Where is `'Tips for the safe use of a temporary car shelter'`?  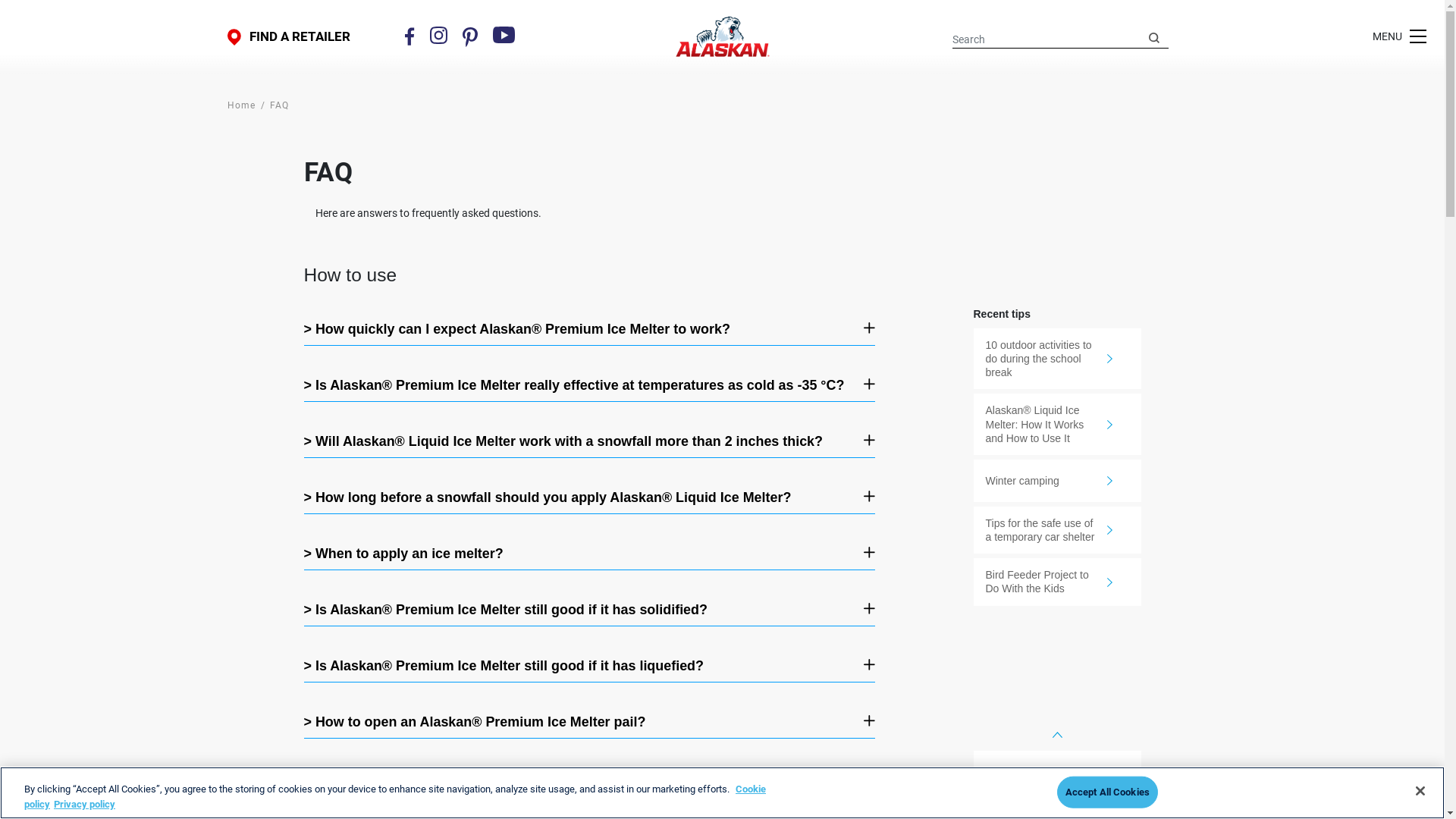
'Tips for the safe use of a temporary car shelter' is located at coordinates (1056, 529).